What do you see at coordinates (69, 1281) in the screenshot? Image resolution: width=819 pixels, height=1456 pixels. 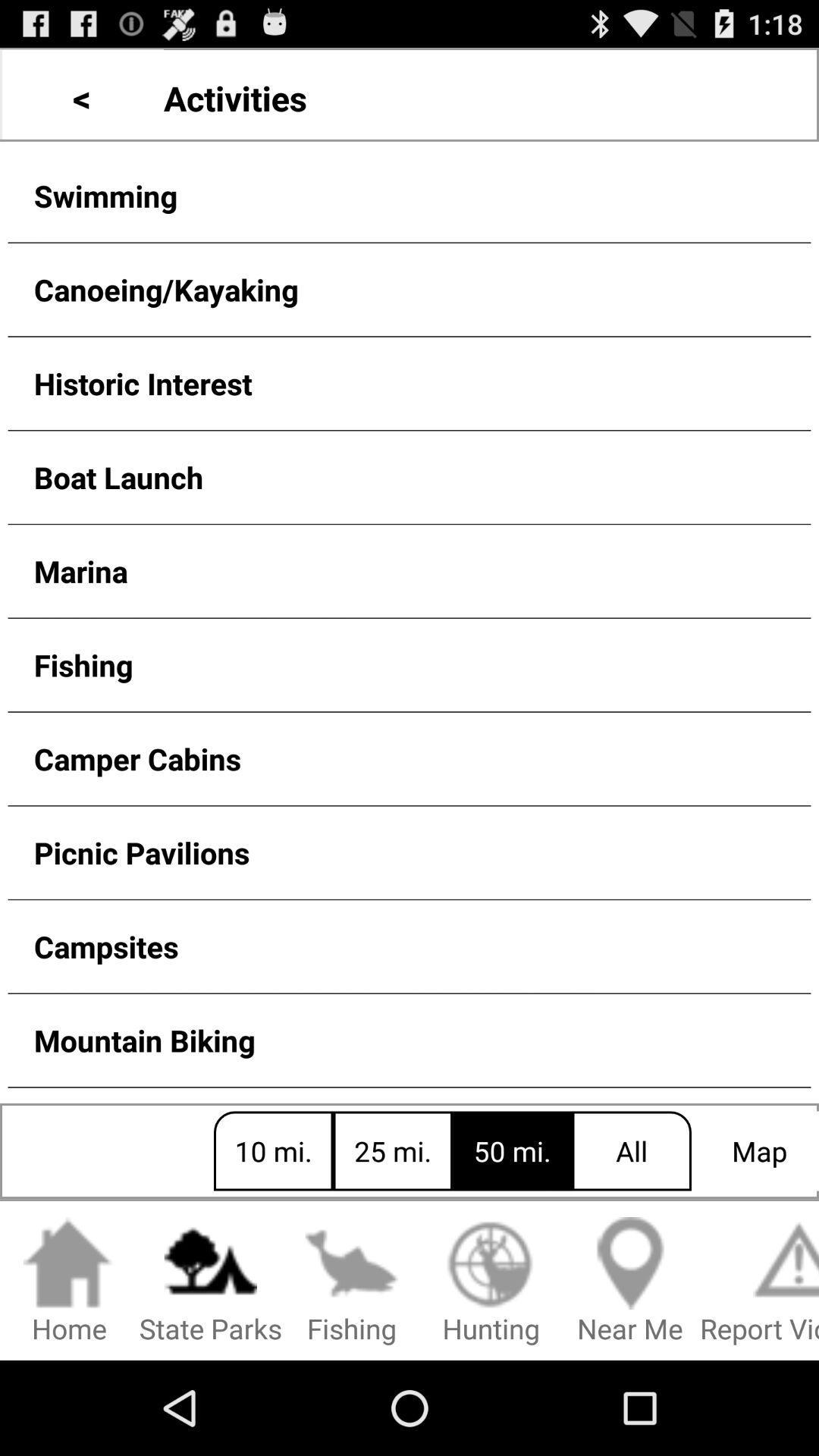 I see `the item below mountain biking app` at bounding box center [69, 1281].